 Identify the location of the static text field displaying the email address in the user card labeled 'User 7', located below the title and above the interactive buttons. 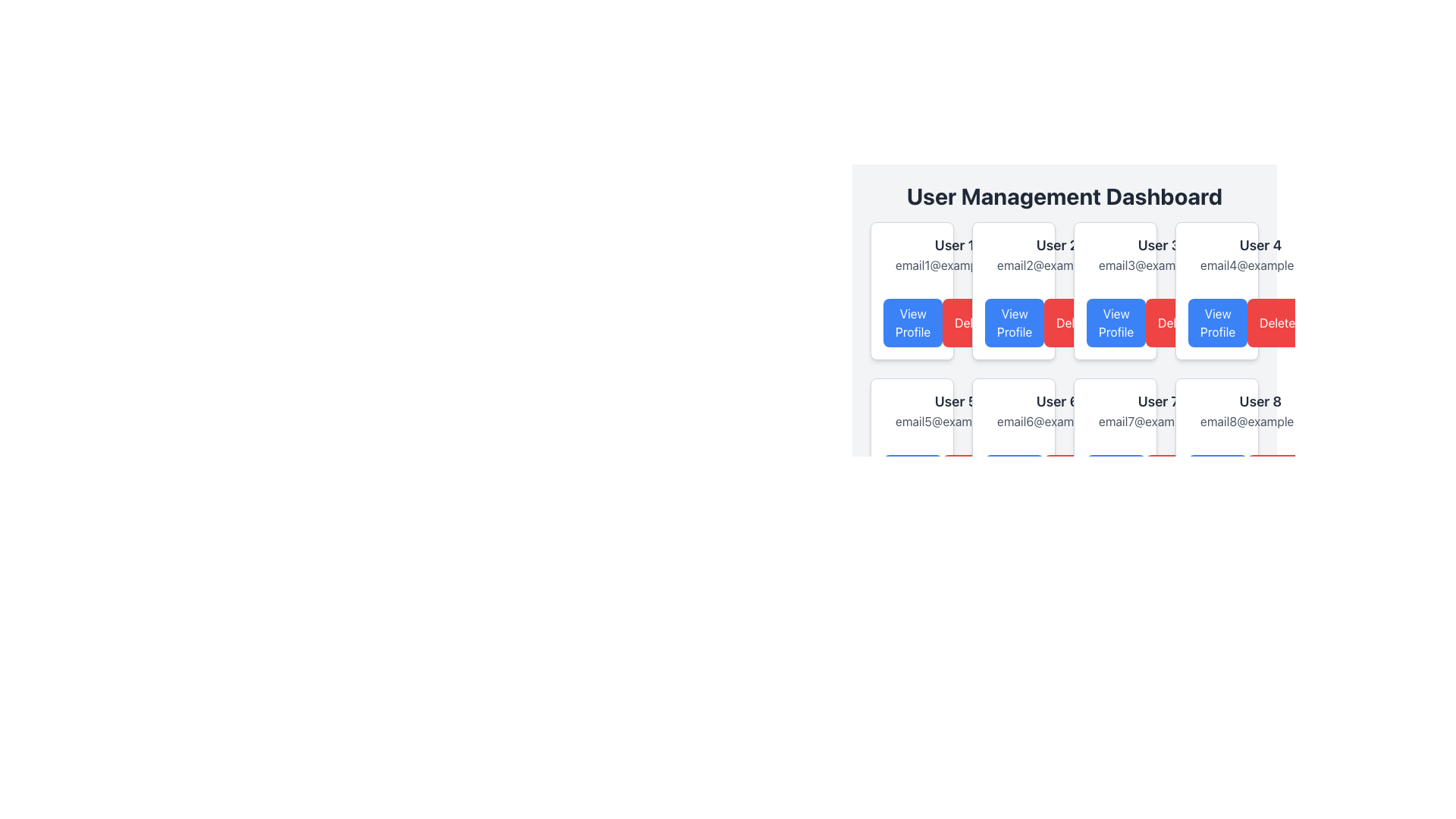
(1157, 421).